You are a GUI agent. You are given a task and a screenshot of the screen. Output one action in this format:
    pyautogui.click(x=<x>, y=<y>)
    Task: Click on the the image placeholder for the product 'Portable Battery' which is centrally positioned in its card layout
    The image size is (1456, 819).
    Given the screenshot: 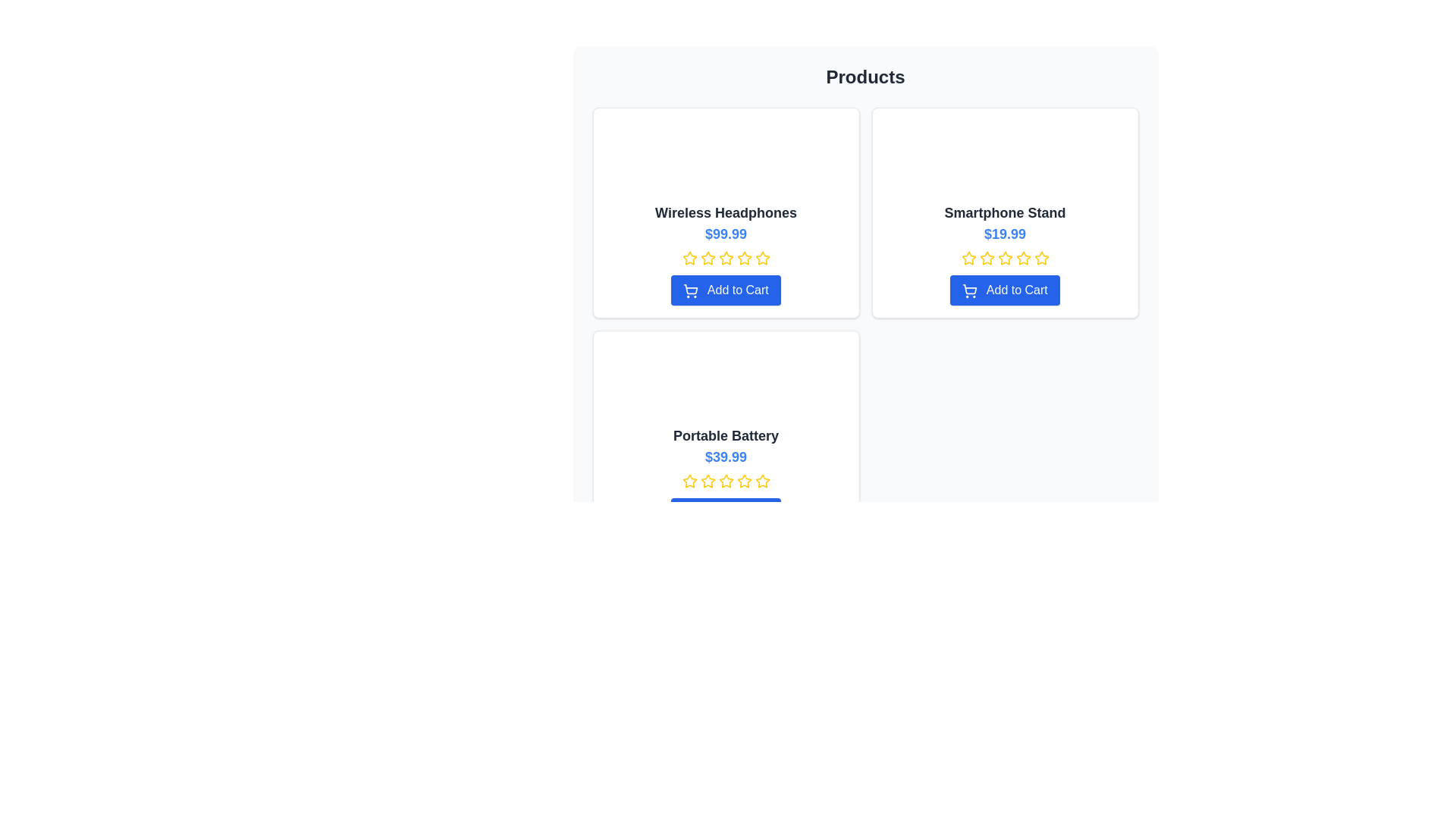 What is the action you would take?
    pyautogui.click(x=725, y=379)
    